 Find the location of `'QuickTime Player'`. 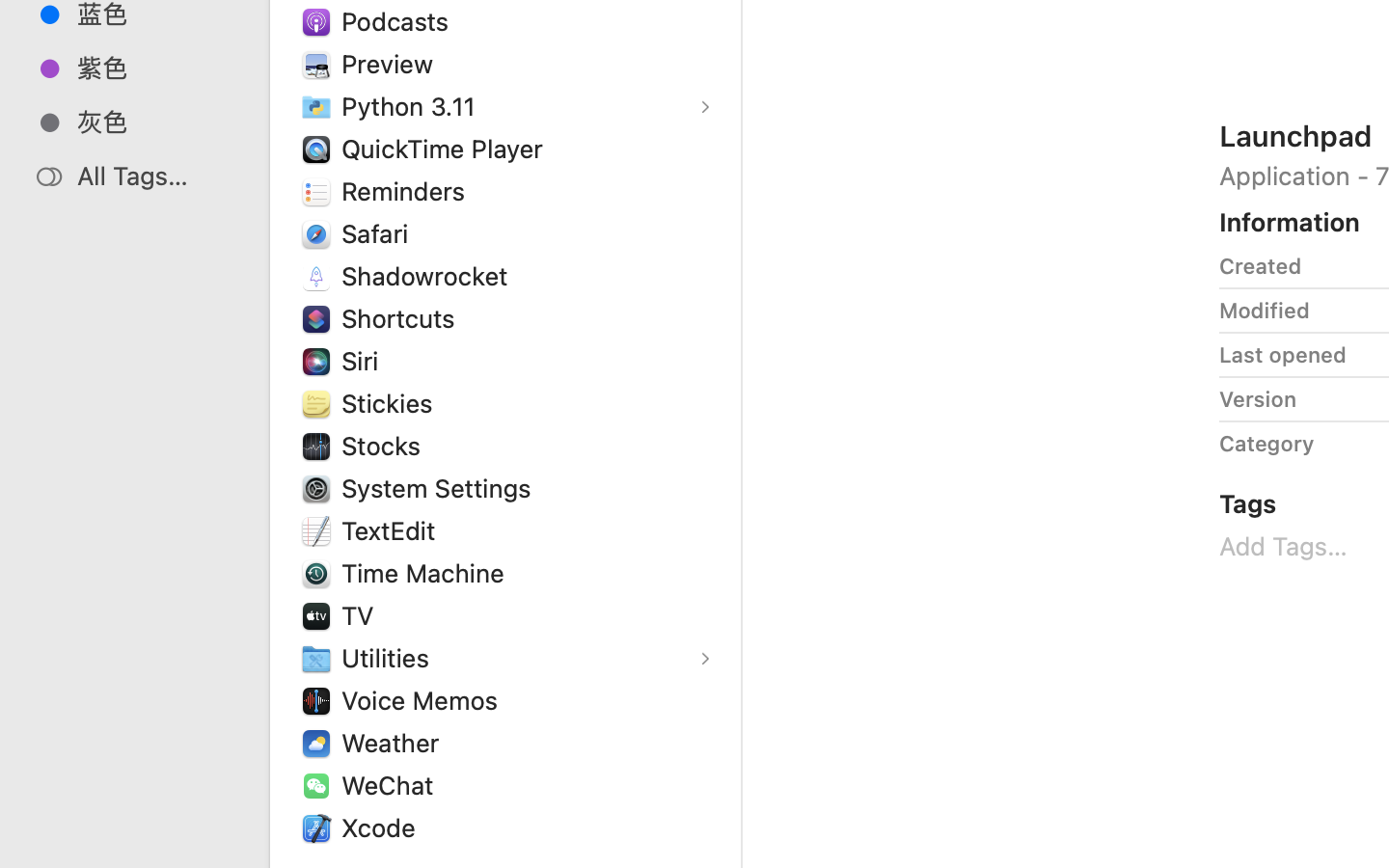

'QuickTime Player' is located at coordinates (446, 148).